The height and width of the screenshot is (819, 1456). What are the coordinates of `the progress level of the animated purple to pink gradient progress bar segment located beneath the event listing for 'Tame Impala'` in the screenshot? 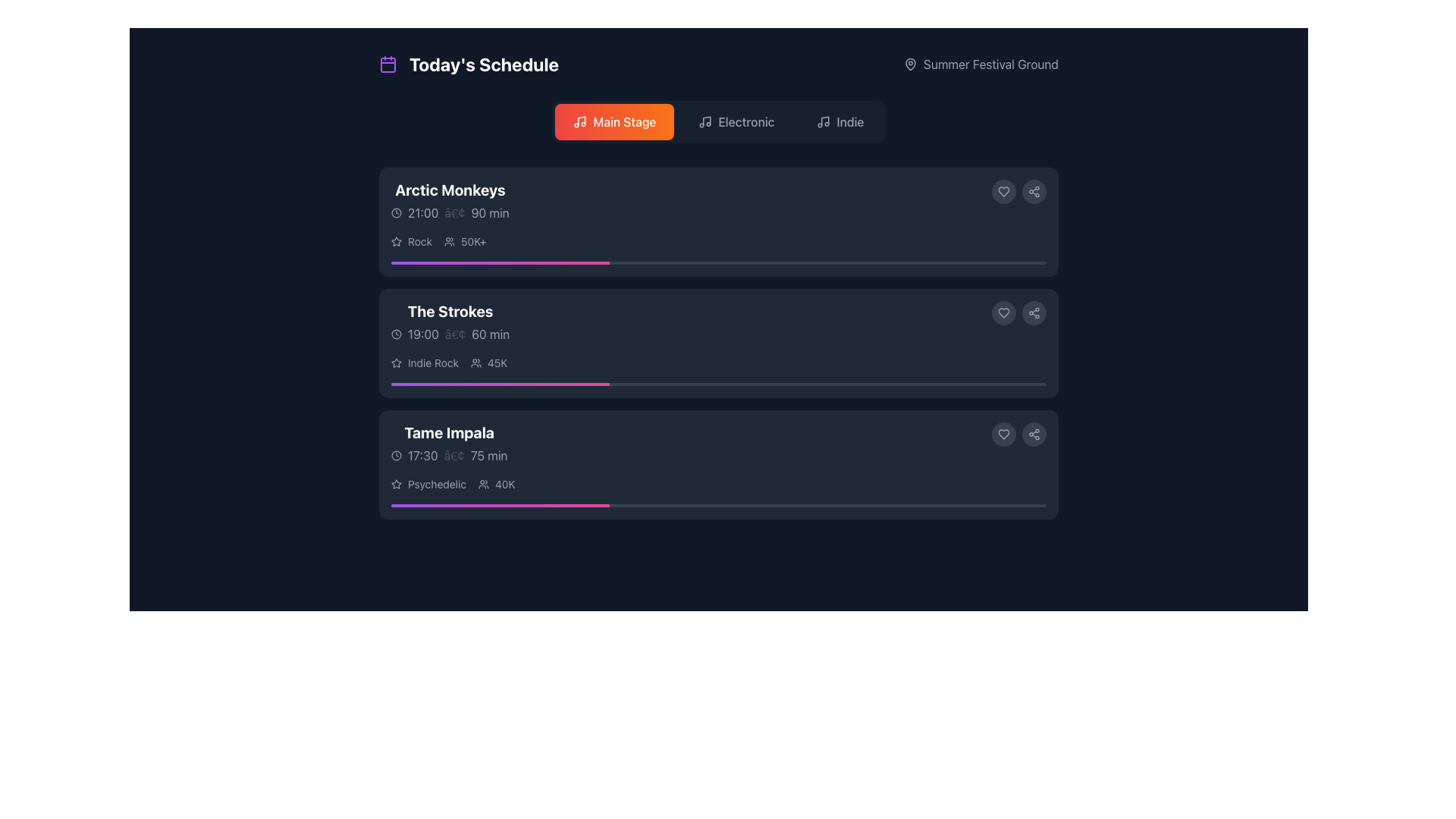 It's located at (500, 506).